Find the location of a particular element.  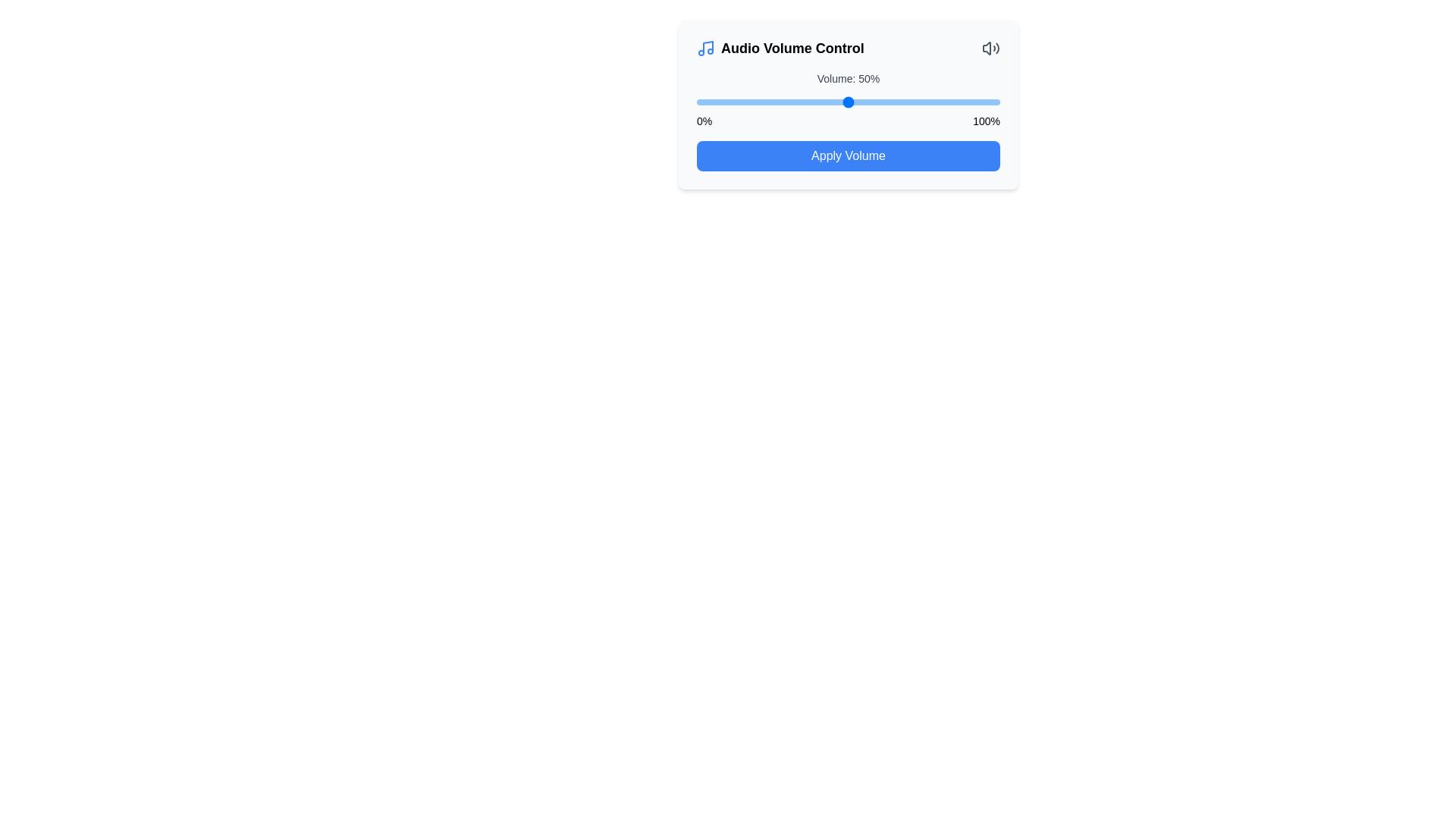

the volume control slider, which is visually represented with a label 'Volume: 50%' and a blue marker at the 50% position is located at coordinates (847, 99).